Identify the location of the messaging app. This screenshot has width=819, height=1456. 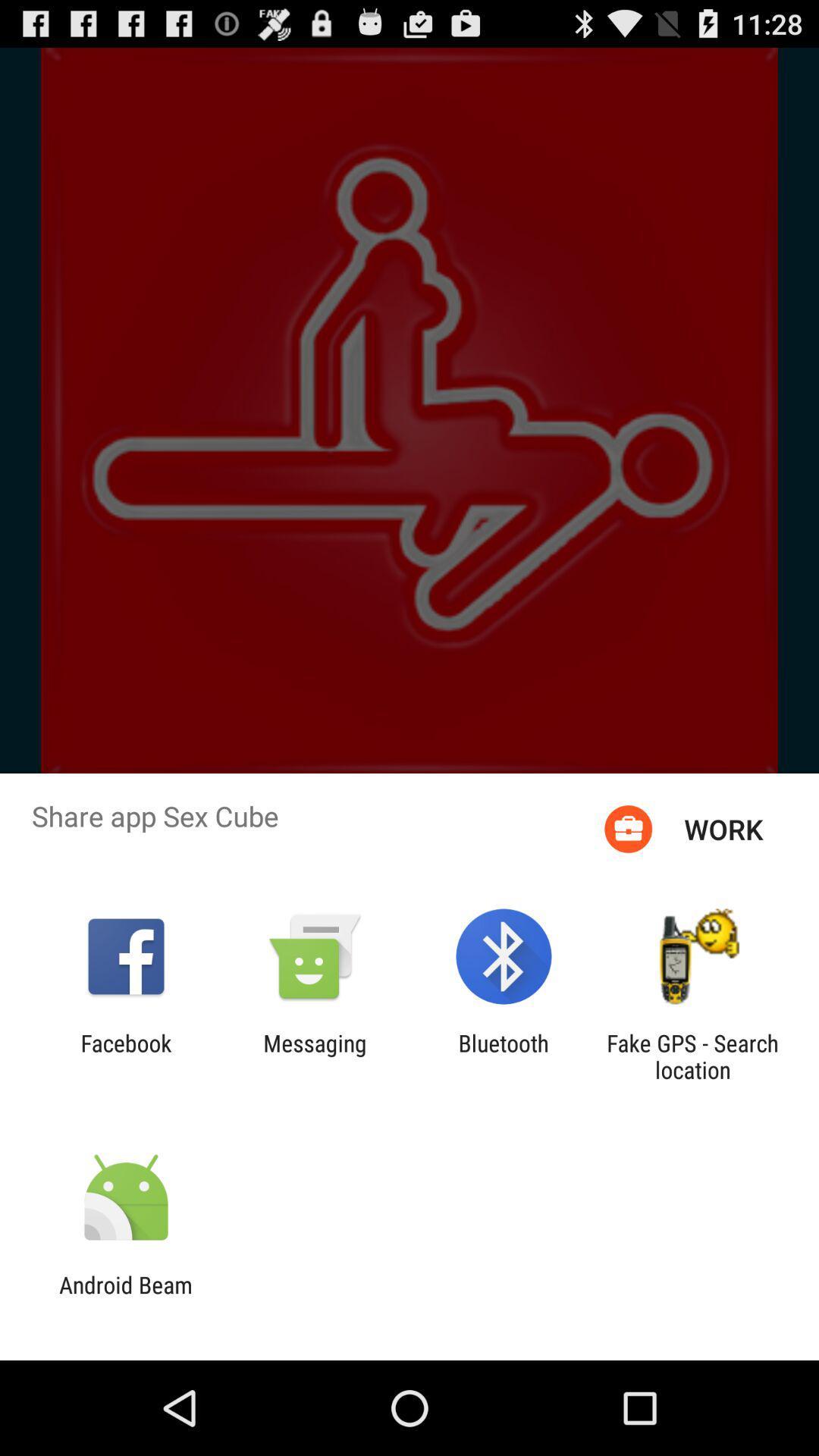
(314, 1056).